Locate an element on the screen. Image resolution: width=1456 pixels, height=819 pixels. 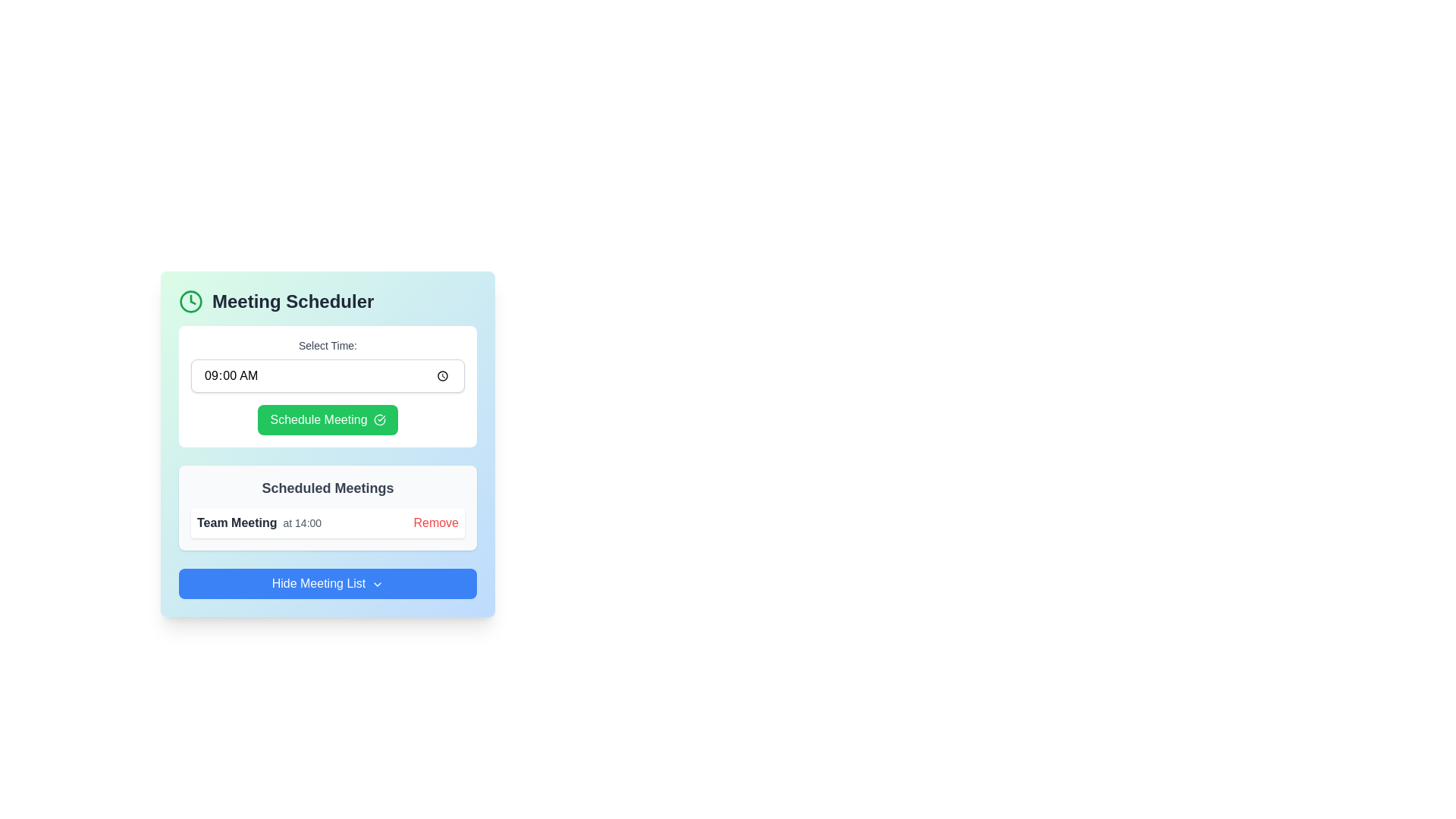
the blue rectangular button labeled 'Hide Meeting List' located at the bottom of the 'Meeting Scheduler' interface to trigger the browser-specific context menu is located at coordinates (327, 583).